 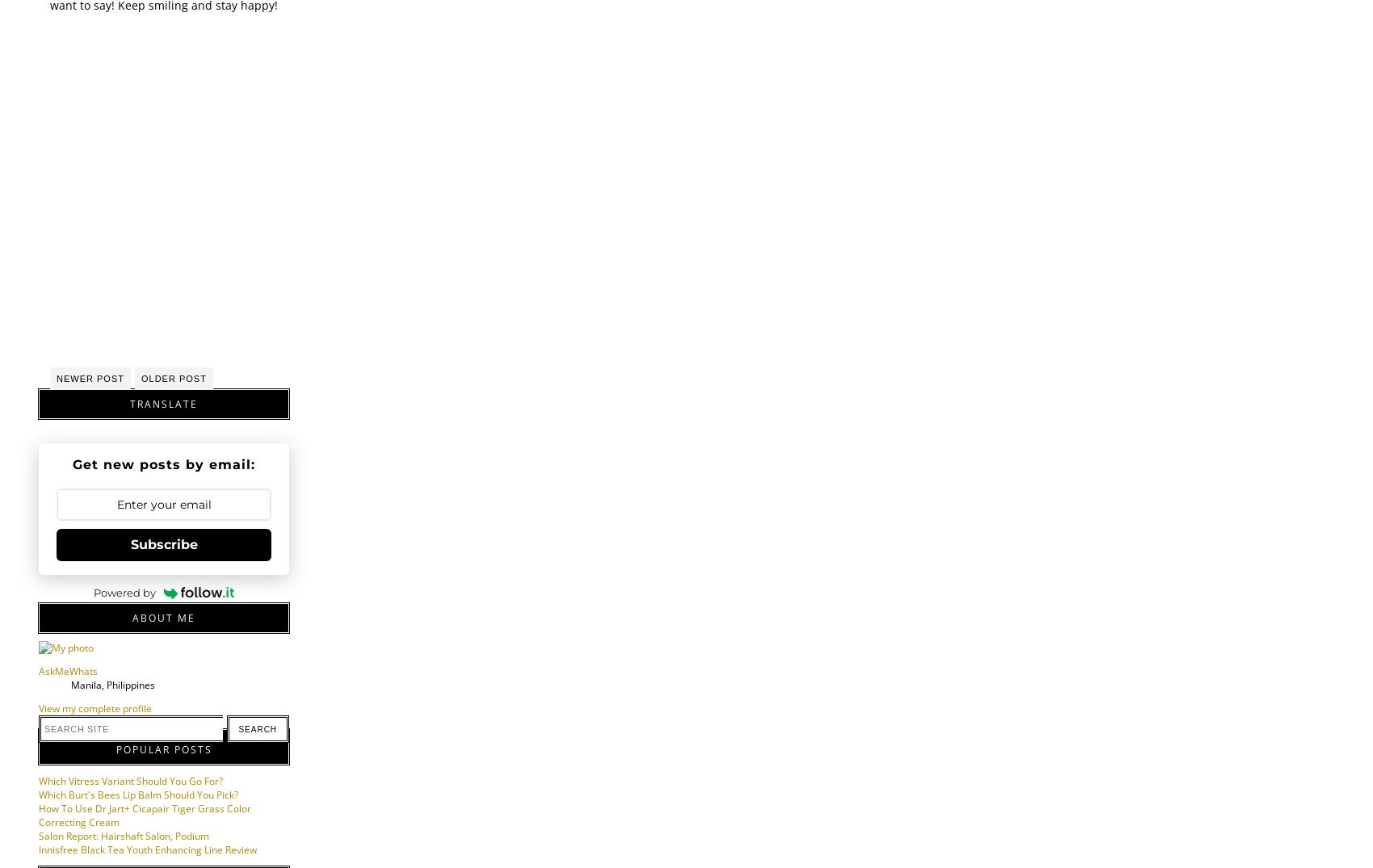 What do you see at coordinates (162, 403) in the screenshot?
I see `'Translate'` at bounding box center [162, 403].